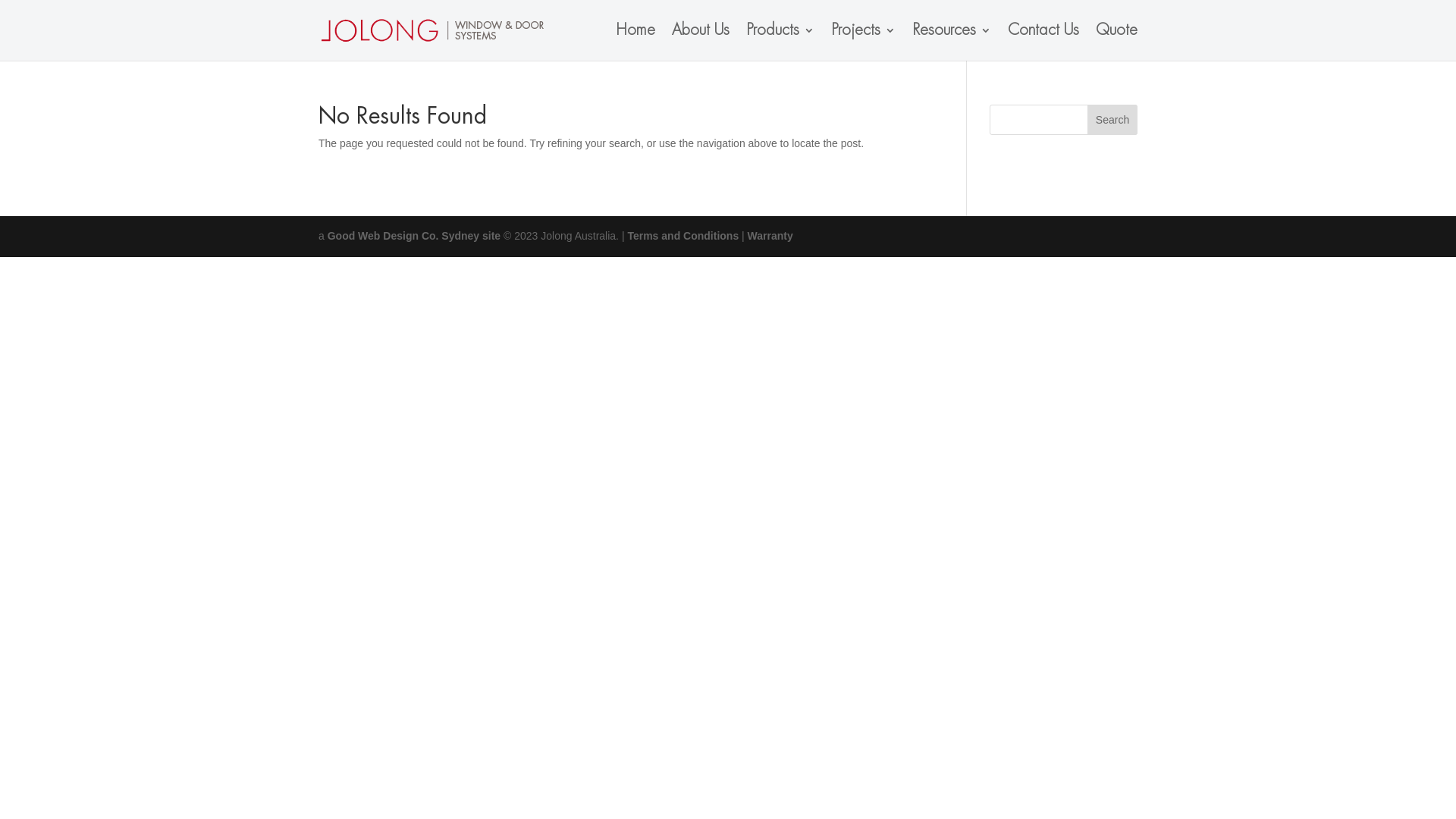 The width and height of the screenshot is (1456, 819). What do you see at coordinates (747, 236) in the screenshot?
I see `'Warranty'` at bounding box center [747, 236].